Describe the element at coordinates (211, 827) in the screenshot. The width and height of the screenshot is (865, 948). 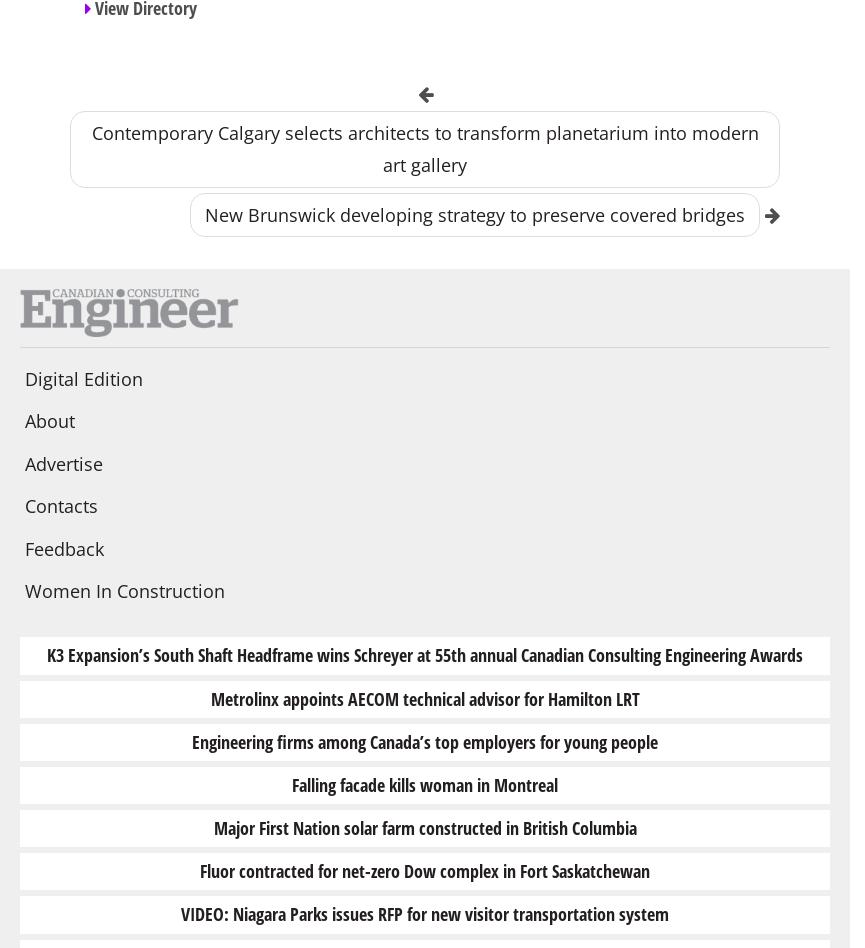
I see `'Major First Nation solar farm constructed in British Columbia'` at that location.